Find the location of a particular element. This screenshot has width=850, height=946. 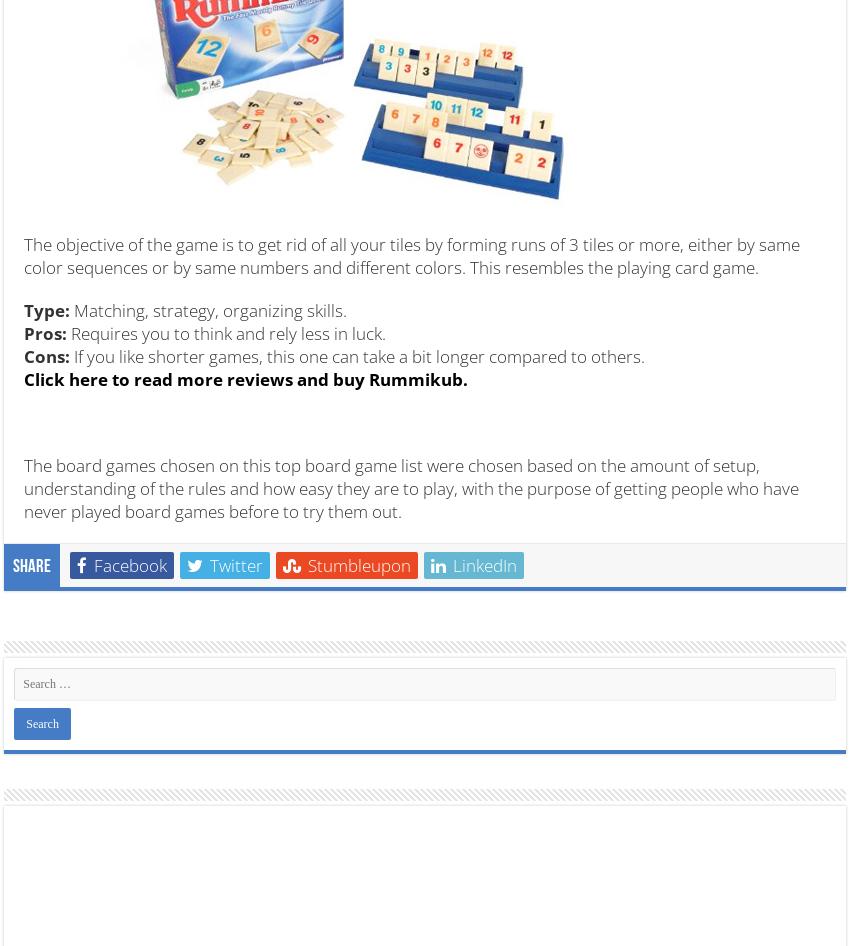

'Pros:' is located at coordinates (22, 332).